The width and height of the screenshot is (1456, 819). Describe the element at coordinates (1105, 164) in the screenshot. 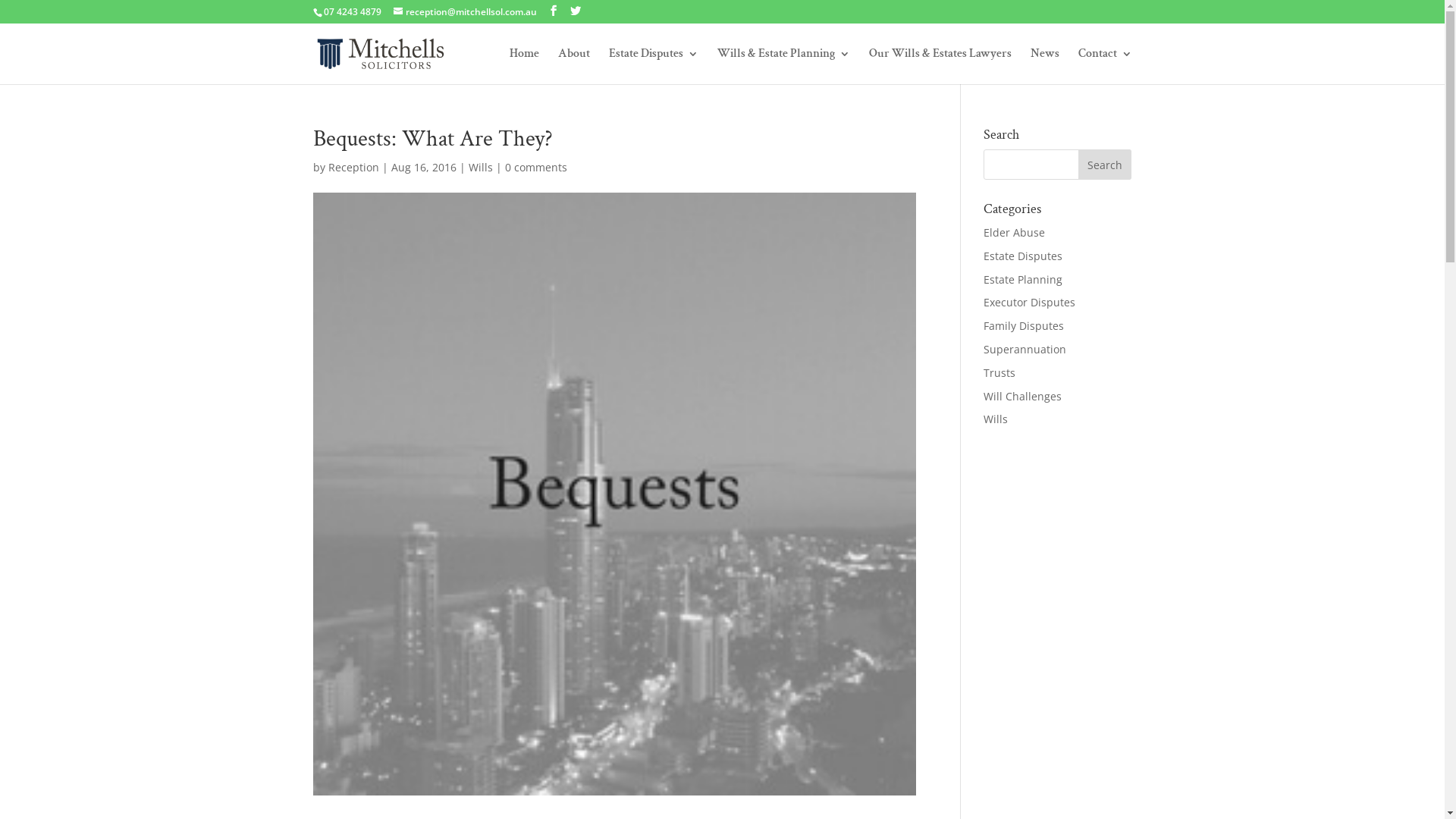

I see `'Search'` at that location.